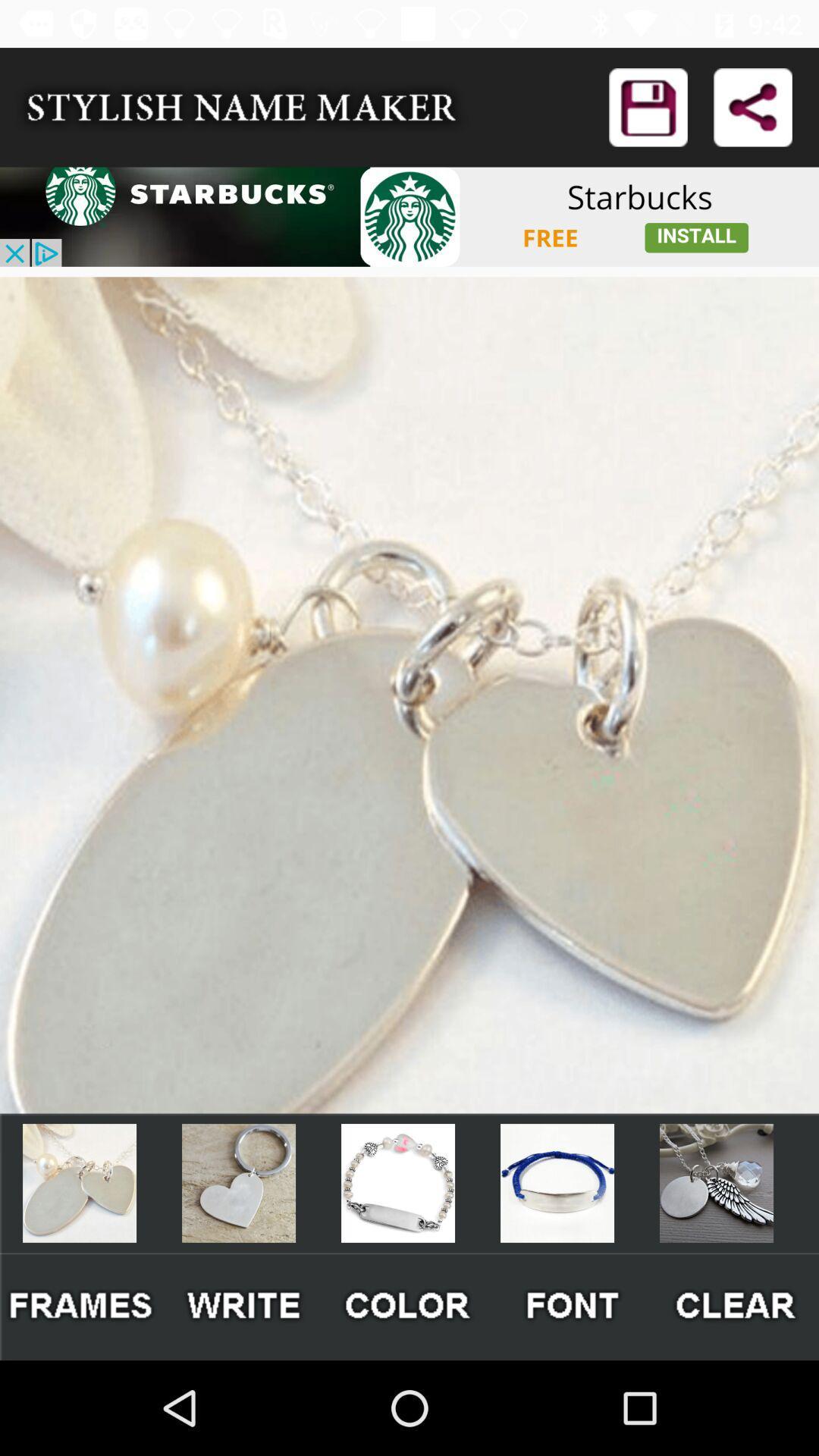 The height and width of the screenshot is (1456, 819). Describe the element at coordinates (408, 1306) in the screenshot. I see `changing the color` at that location.